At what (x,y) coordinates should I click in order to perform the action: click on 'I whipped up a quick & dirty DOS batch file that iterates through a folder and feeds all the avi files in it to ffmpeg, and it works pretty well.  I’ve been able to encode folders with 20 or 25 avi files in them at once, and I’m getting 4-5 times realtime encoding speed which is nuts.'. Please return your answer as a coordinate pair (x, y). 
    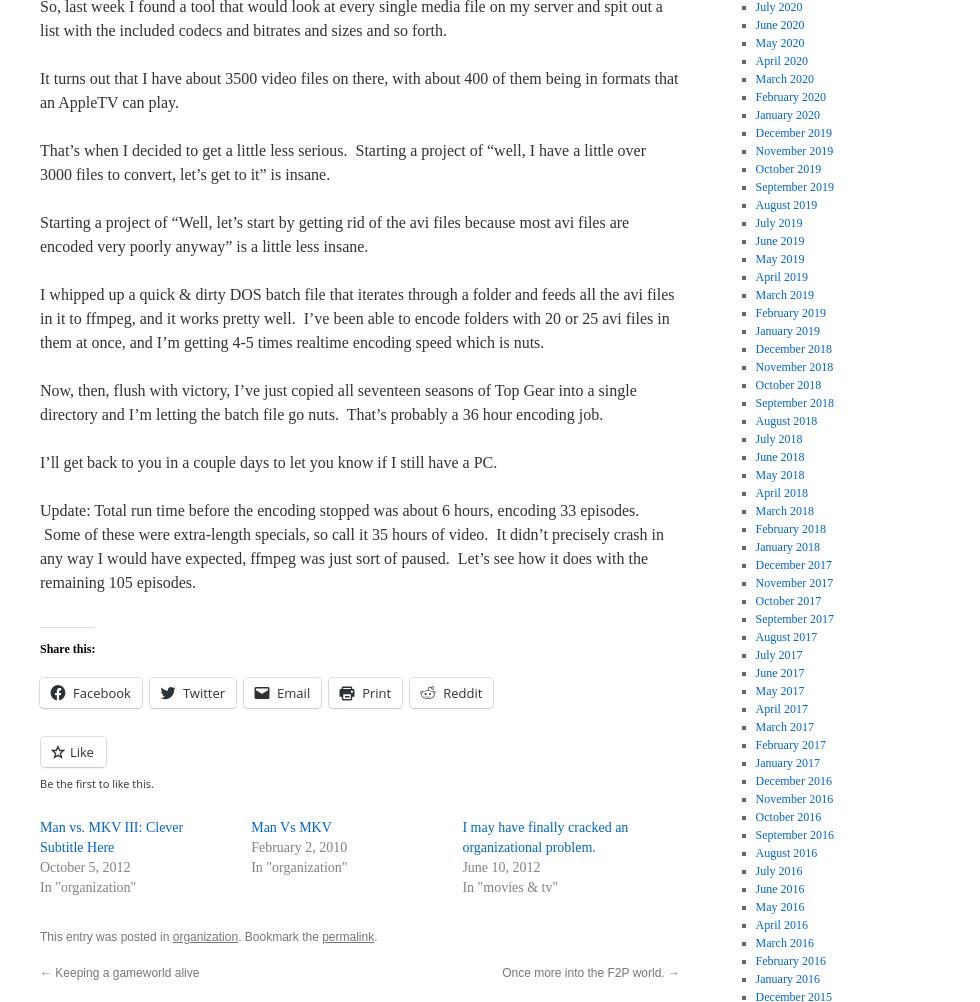
    Looking at the image, I should click on (357, 317).